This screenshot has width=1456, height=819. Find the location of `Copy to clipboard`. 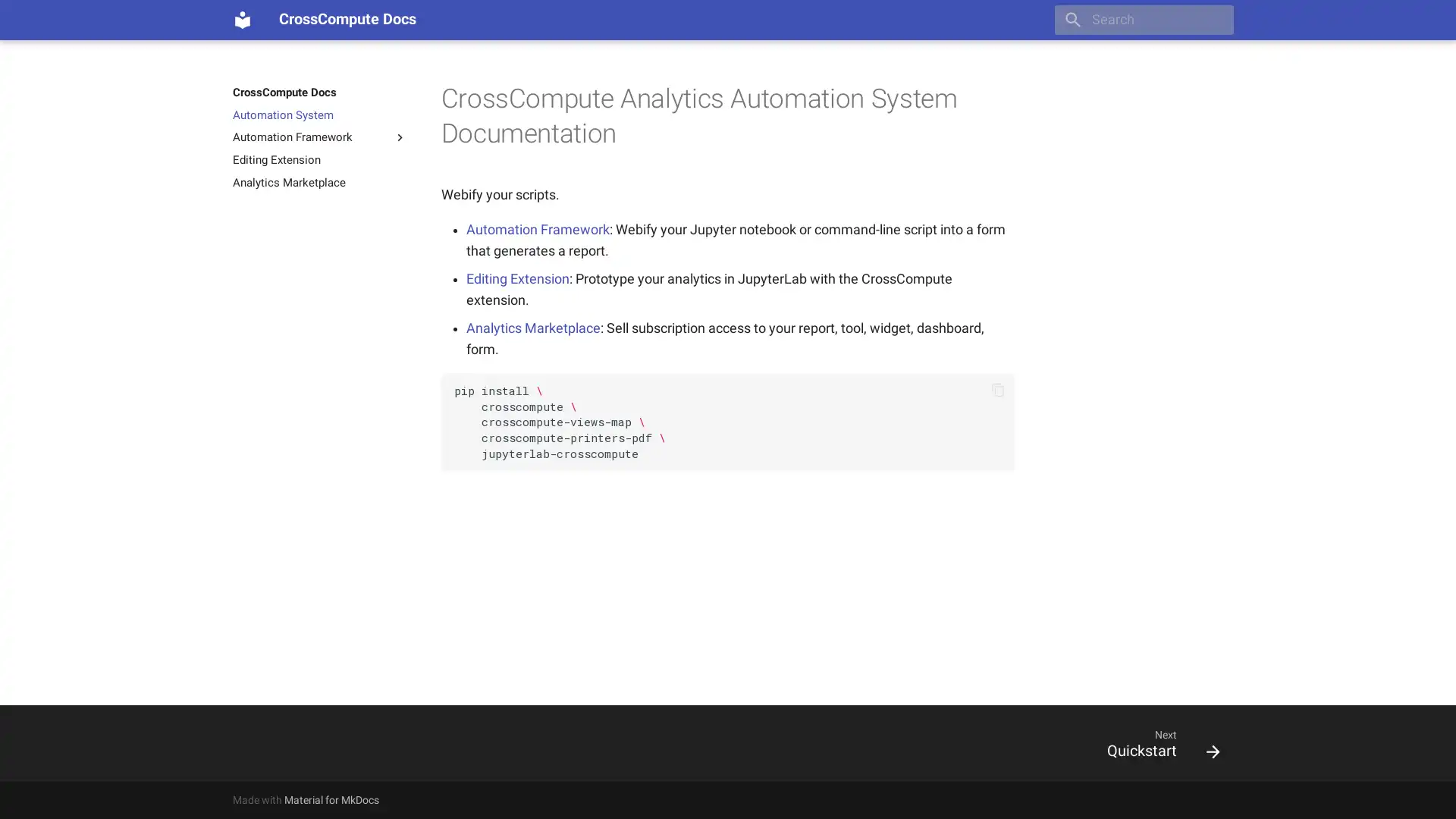

Copy to clipboard is located at coordinates (997, 389).